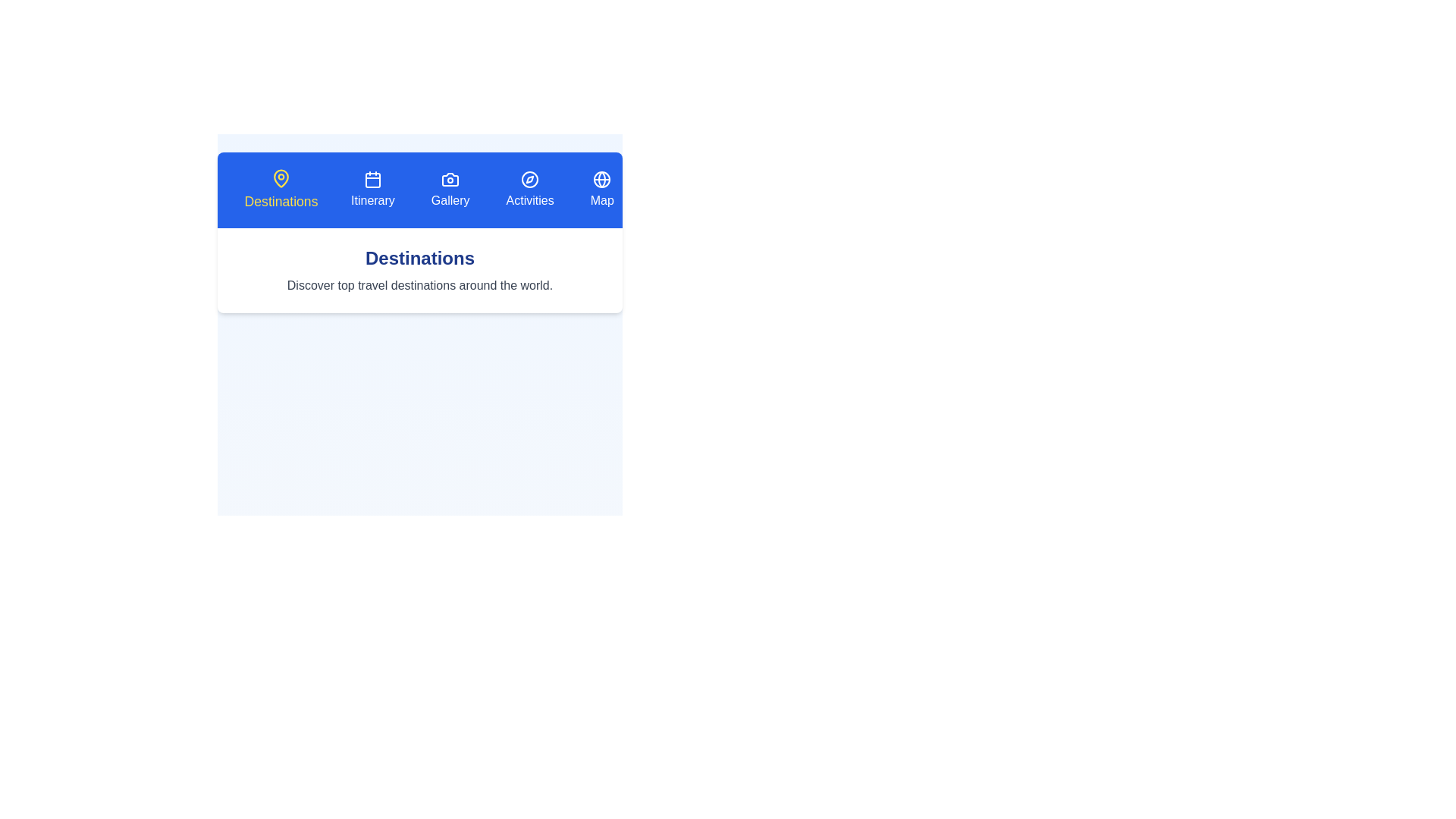 This screenshot has height=819, width=1456. What do you see at coordinates (601, 189) in the screenshot?
I see `the button with a globe icon and the text 'Map' located at the far right of the navigation bar to trigger the scaling effect` at bounding box center [601, 189].